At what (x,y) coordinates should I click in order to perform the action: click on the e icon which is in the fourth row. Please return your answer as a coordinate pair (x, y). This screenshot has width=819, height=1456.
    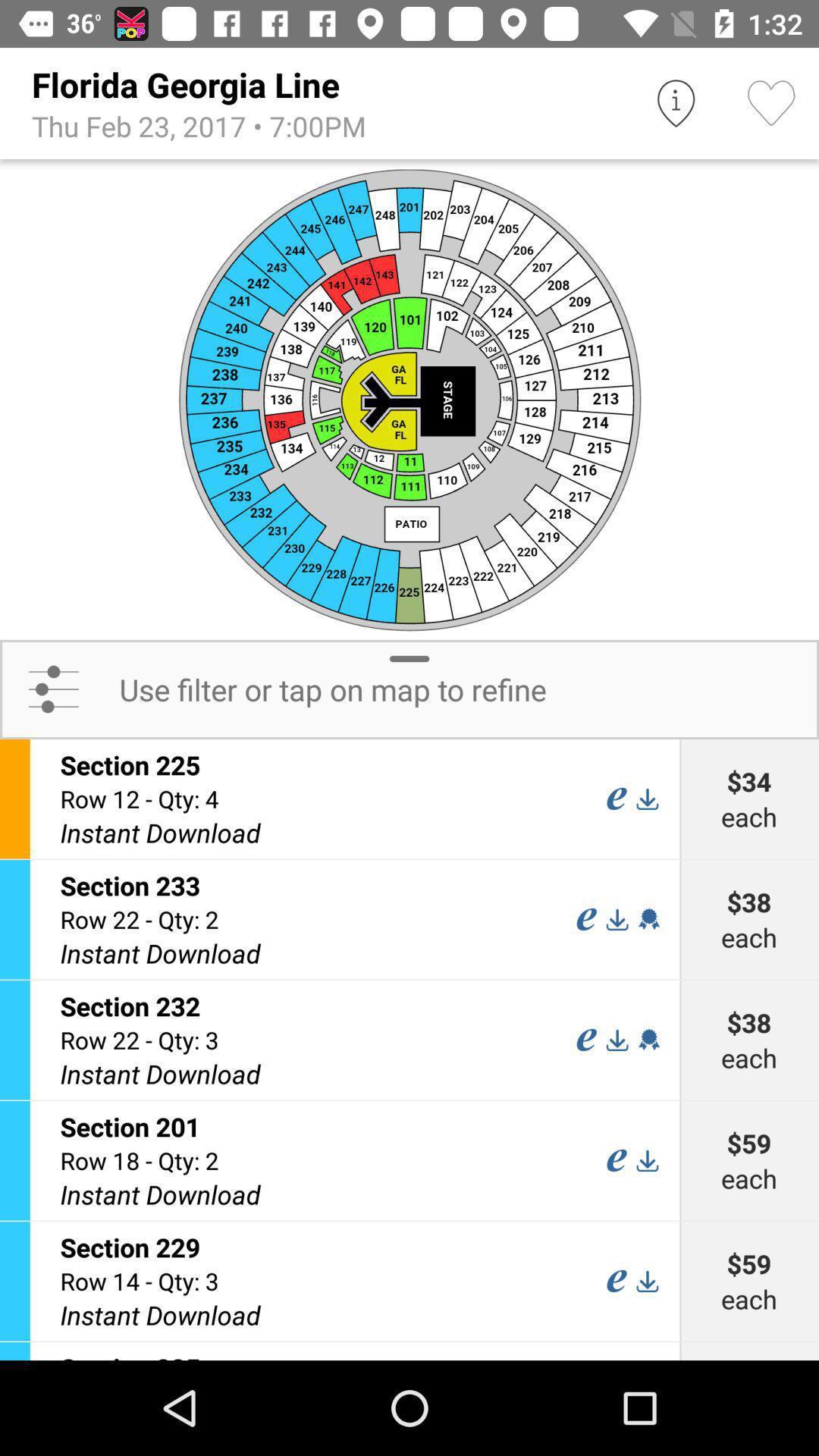
    Looking at the image, I should click on (617, 1159).